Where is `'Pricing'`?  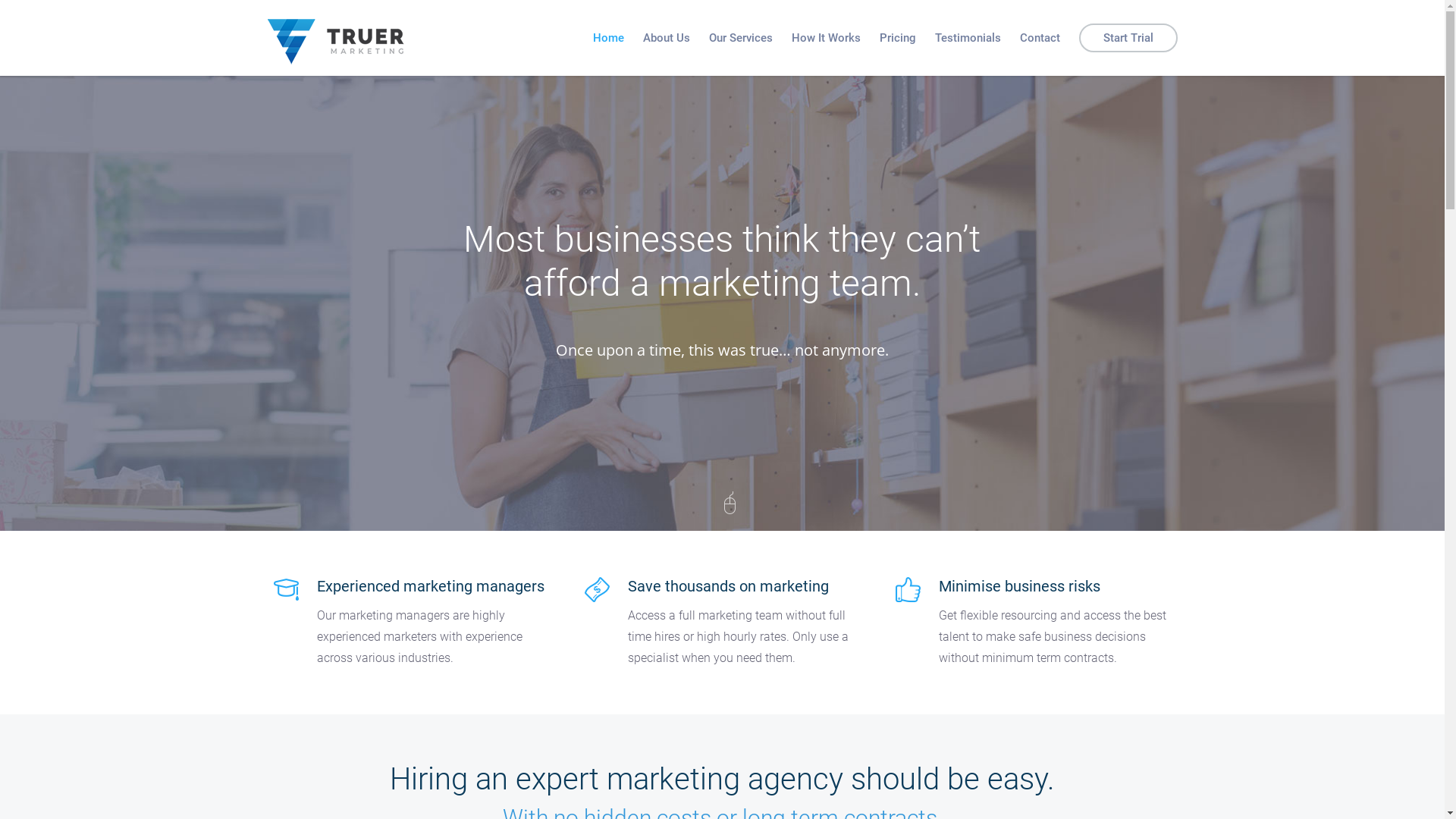 'Pricing' is located at coordinates (898, 37).